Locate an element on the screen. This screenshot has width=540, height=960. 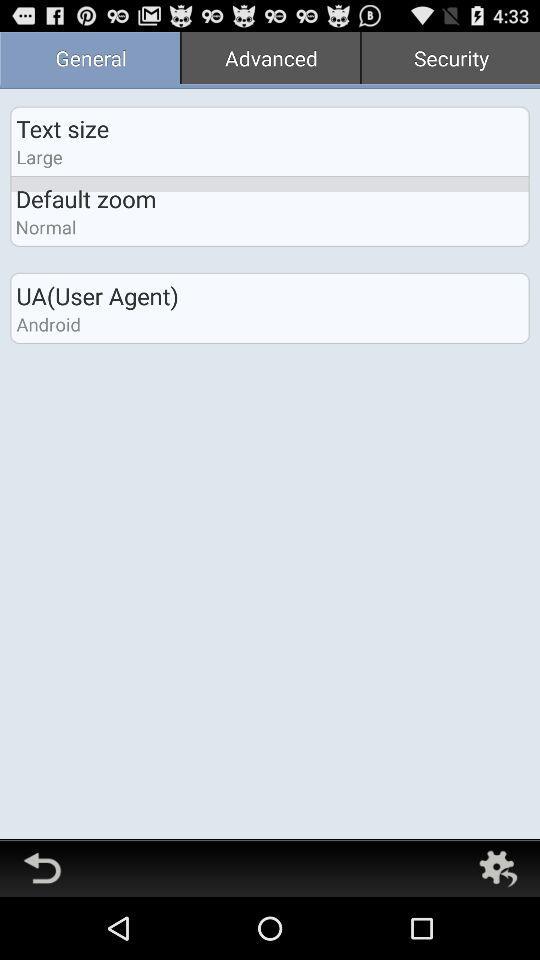
the app above ua(user agent) item is located at coordinates (270, 59).